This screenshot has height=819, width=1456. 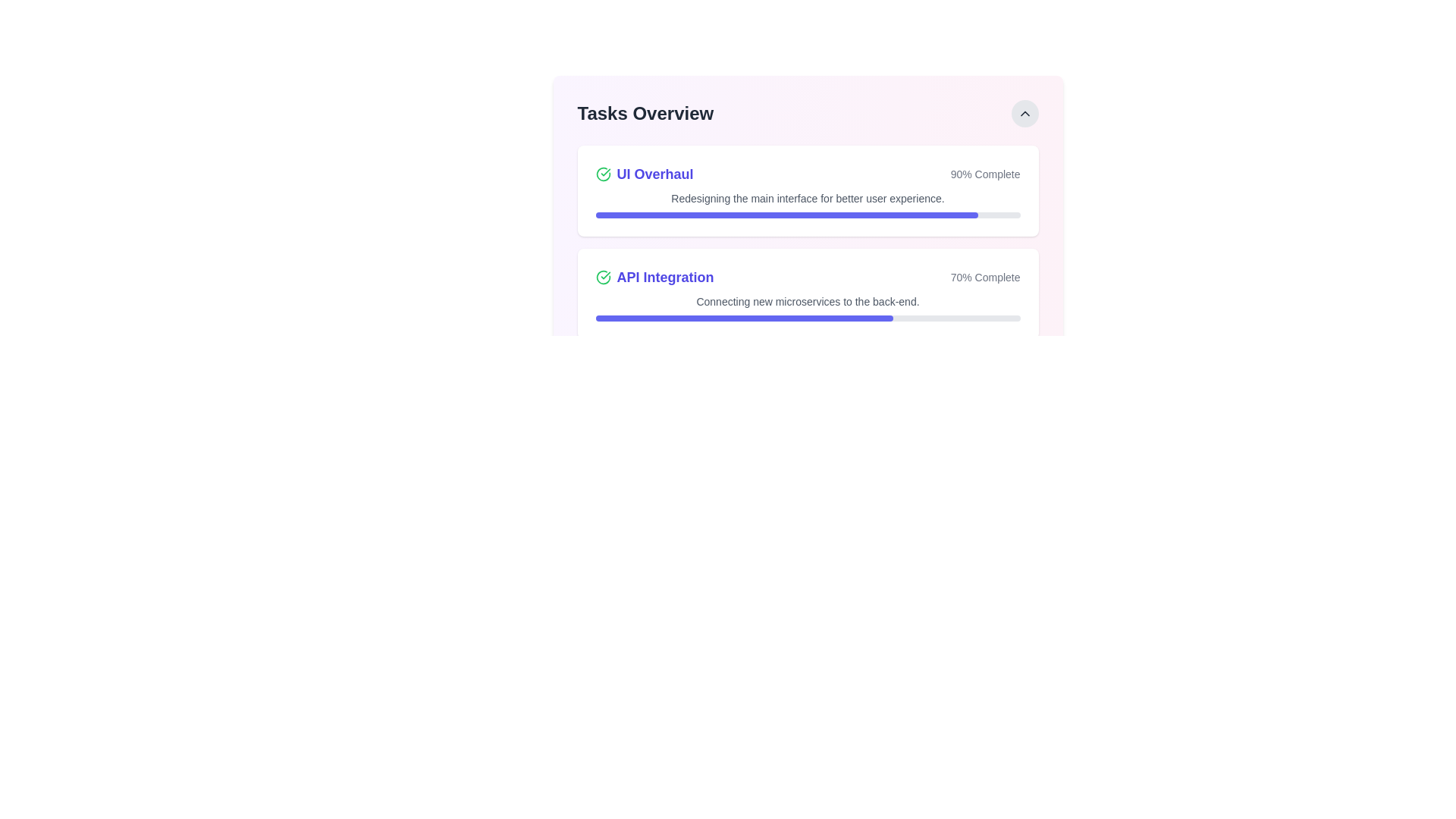 I want to click on the task summary entry labeled 'UI Overhaul' which indicates a completion status of '90% Complete'. This entry is the first in the task list, contained in a white box, positioned above 'API Integration', so click(x=807, y=174).